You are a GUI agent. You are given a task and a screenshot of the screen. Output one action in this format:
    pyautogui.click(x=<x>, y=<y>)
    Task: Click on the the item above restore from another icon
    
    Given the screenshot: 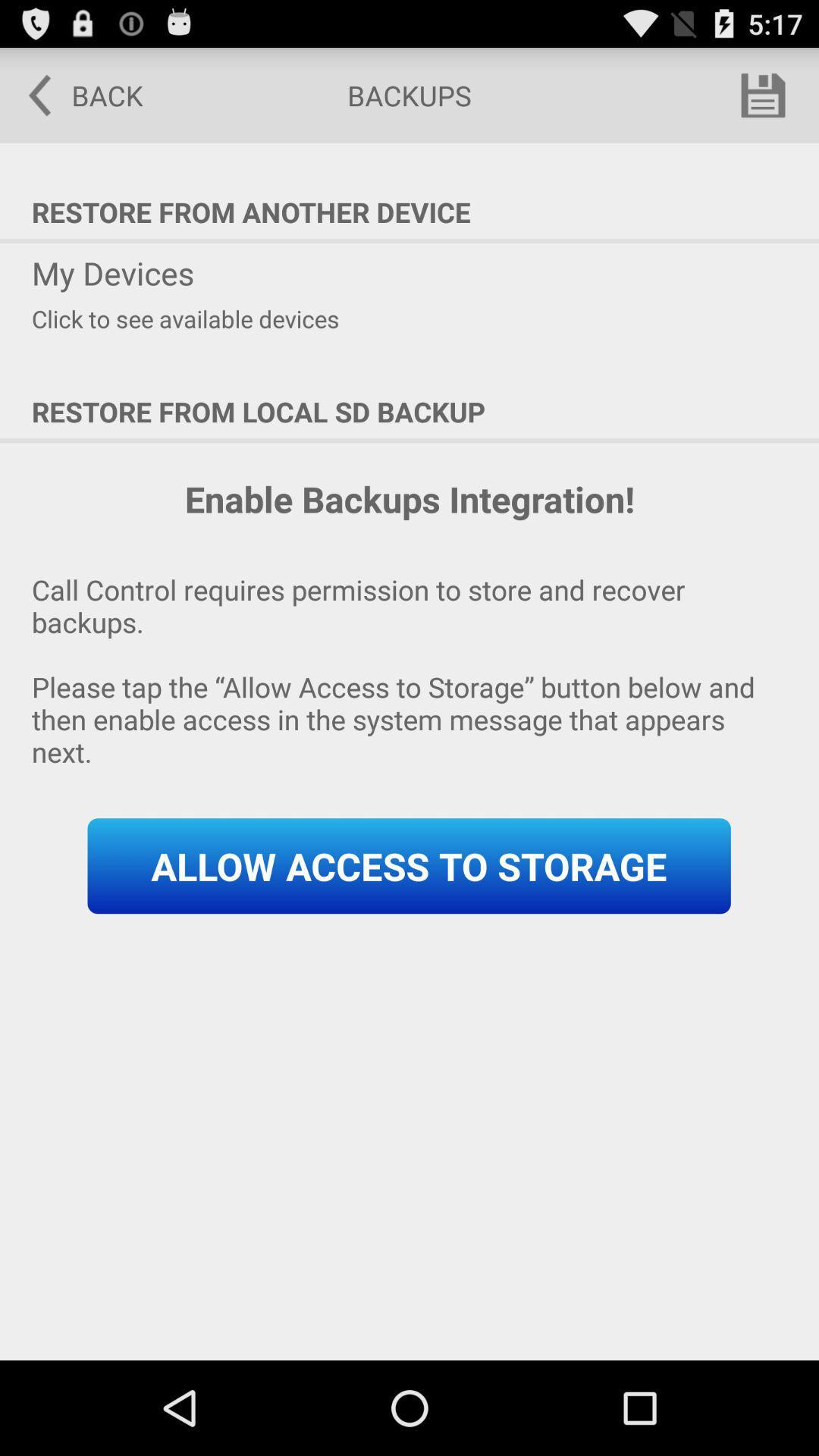 What is the action you would take?
    pyautogui.click(x=75, y=94)
    